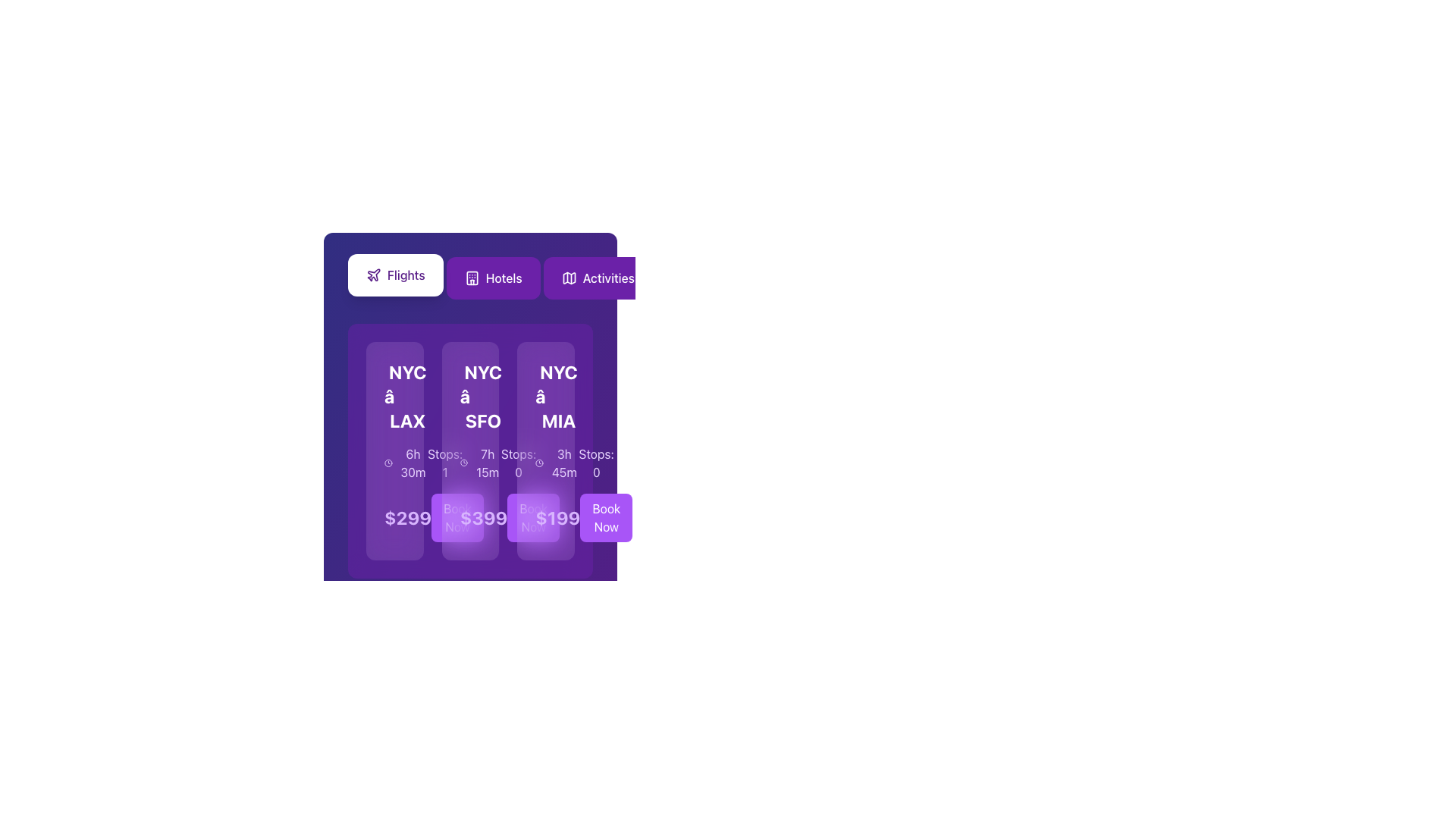  I want to click on the booking button located at the bottom-right of the third card in the vertical card layout to proceed with booking, so click(605, 516).